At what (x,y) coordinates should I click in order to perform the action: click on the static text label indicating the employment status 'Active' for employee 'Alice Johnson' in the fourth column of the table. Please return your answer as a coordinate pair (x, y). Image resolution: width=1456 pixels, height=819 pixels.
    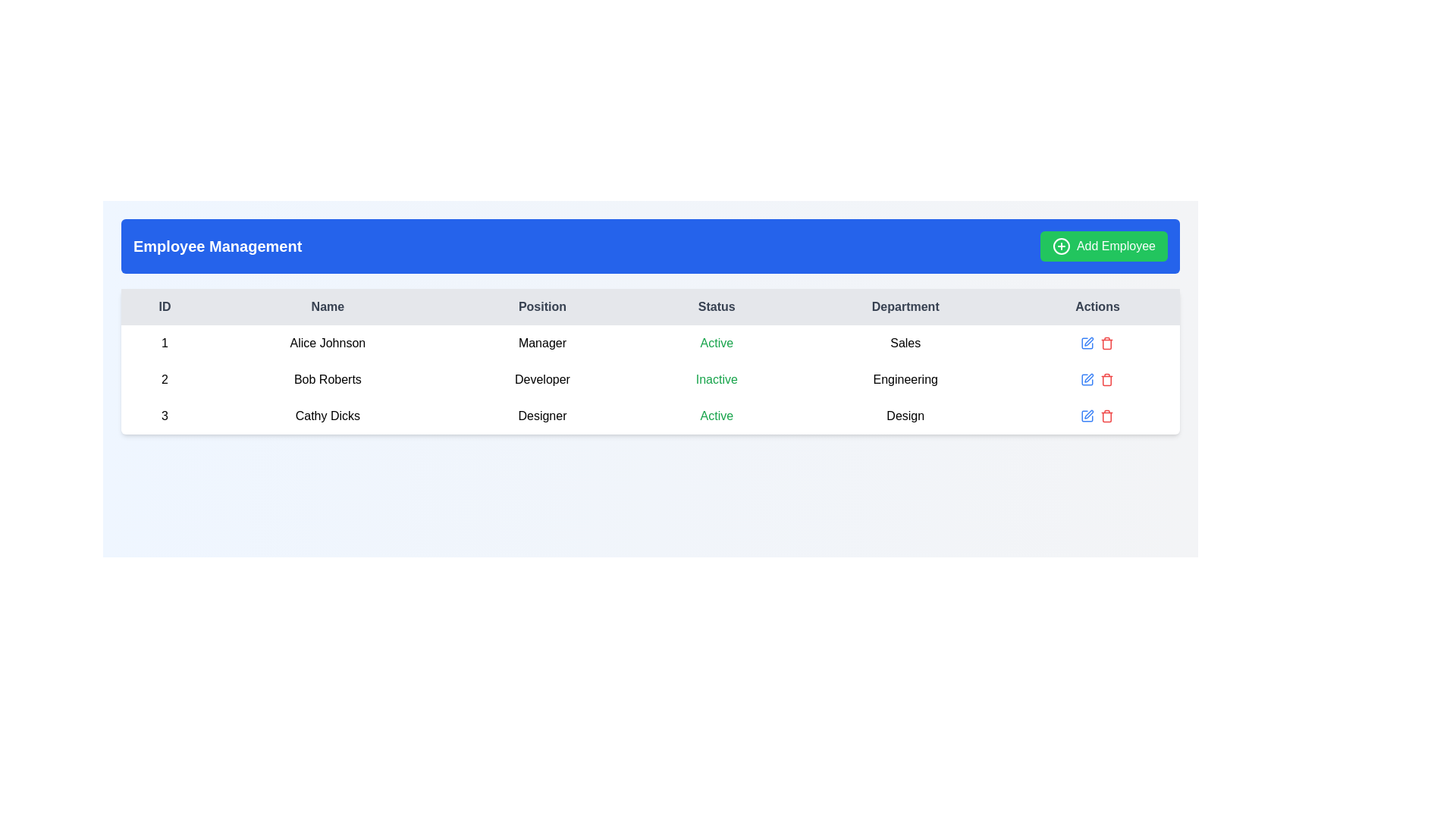
    Looking at the image, I should click on (716, 343).